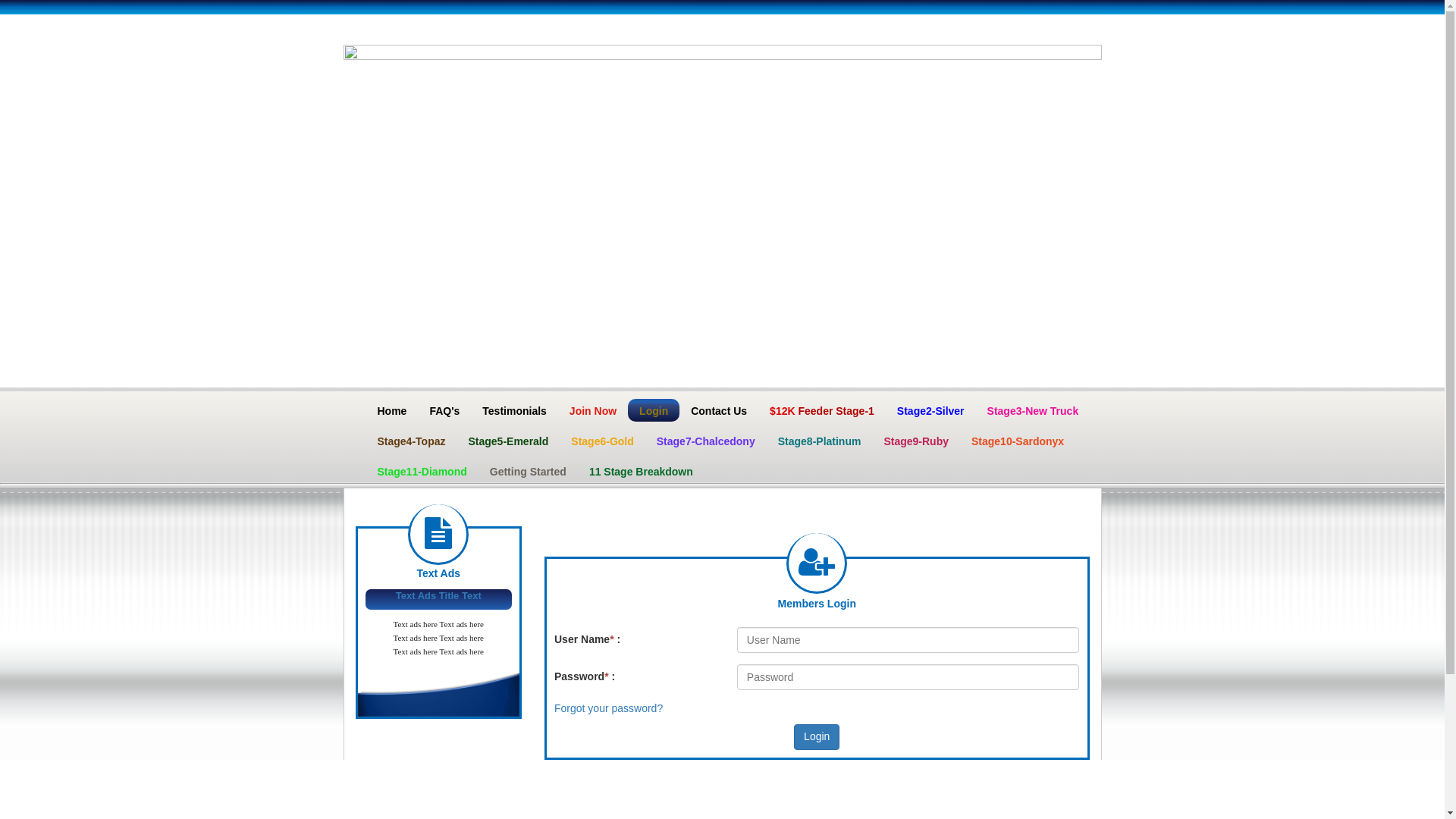 This screenshot has width=1456, height=819. I want to click on 'Stage6-Gold', so click(601, 441).